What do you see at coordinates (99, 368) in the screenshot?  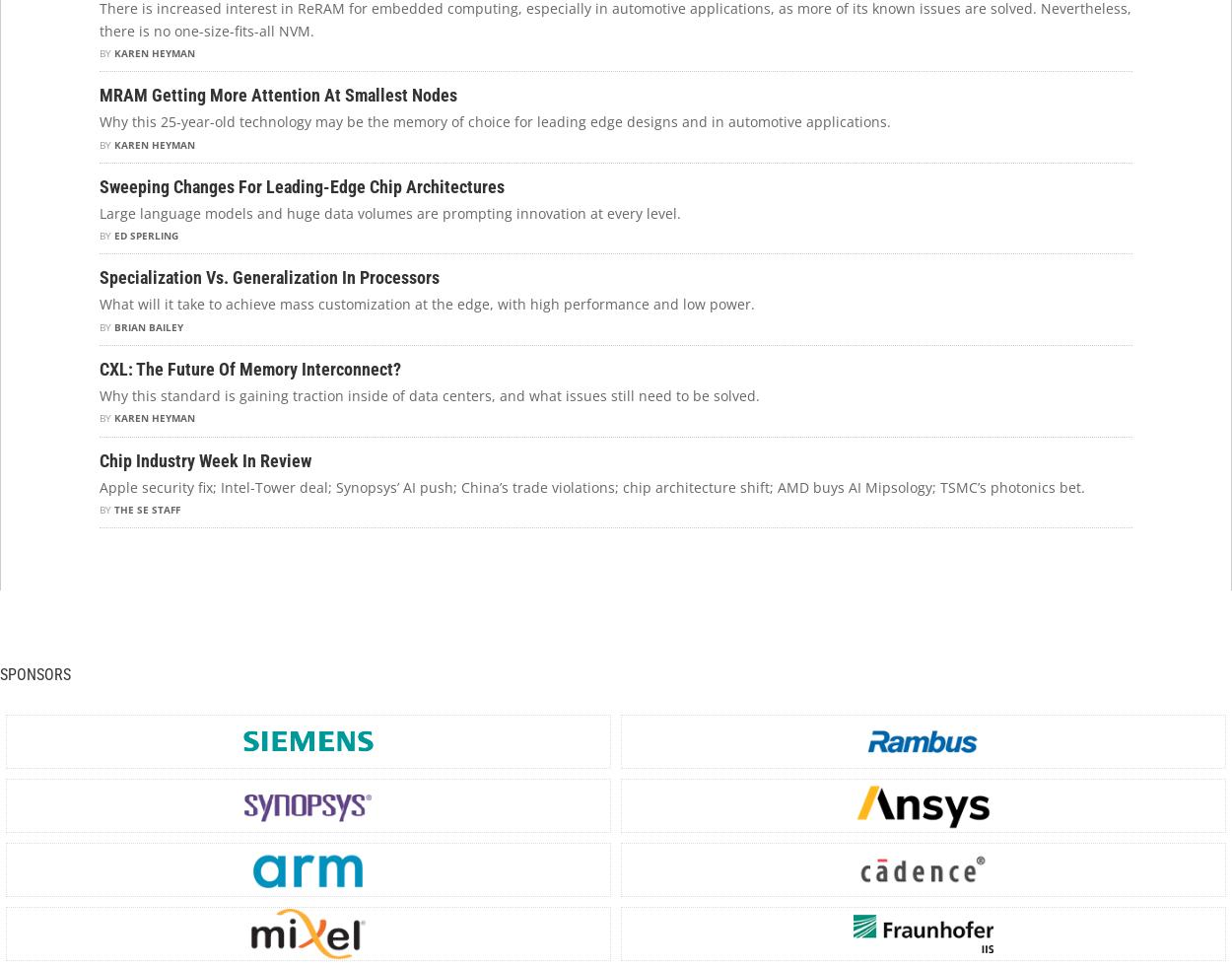 I see `'CXL: The Future Of Memory Interconnect?'` at bounding box center [99, 368].